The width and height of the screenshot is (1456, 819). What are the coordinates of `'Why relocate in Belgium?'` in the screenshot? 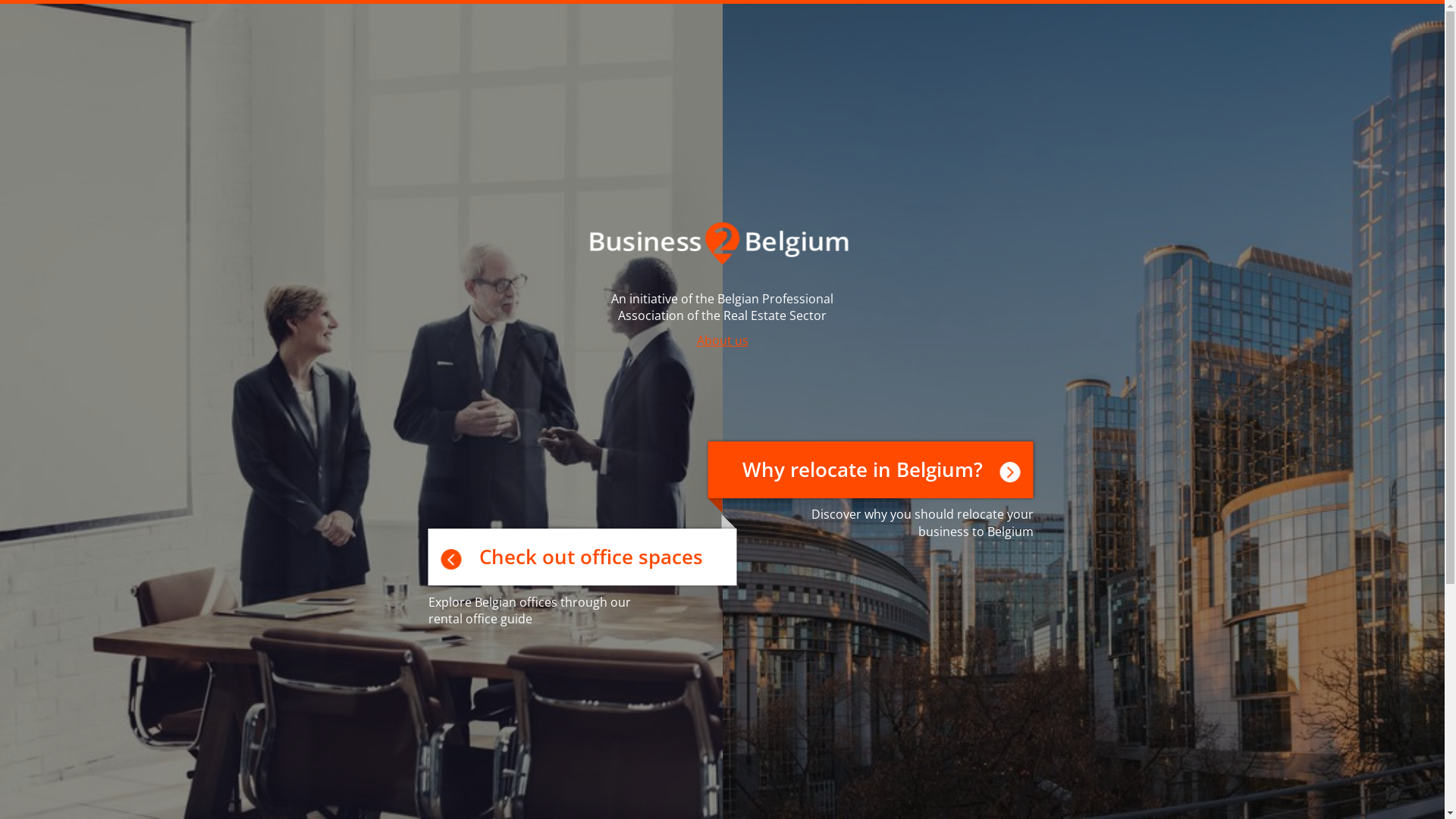 It's located at (871, 469).